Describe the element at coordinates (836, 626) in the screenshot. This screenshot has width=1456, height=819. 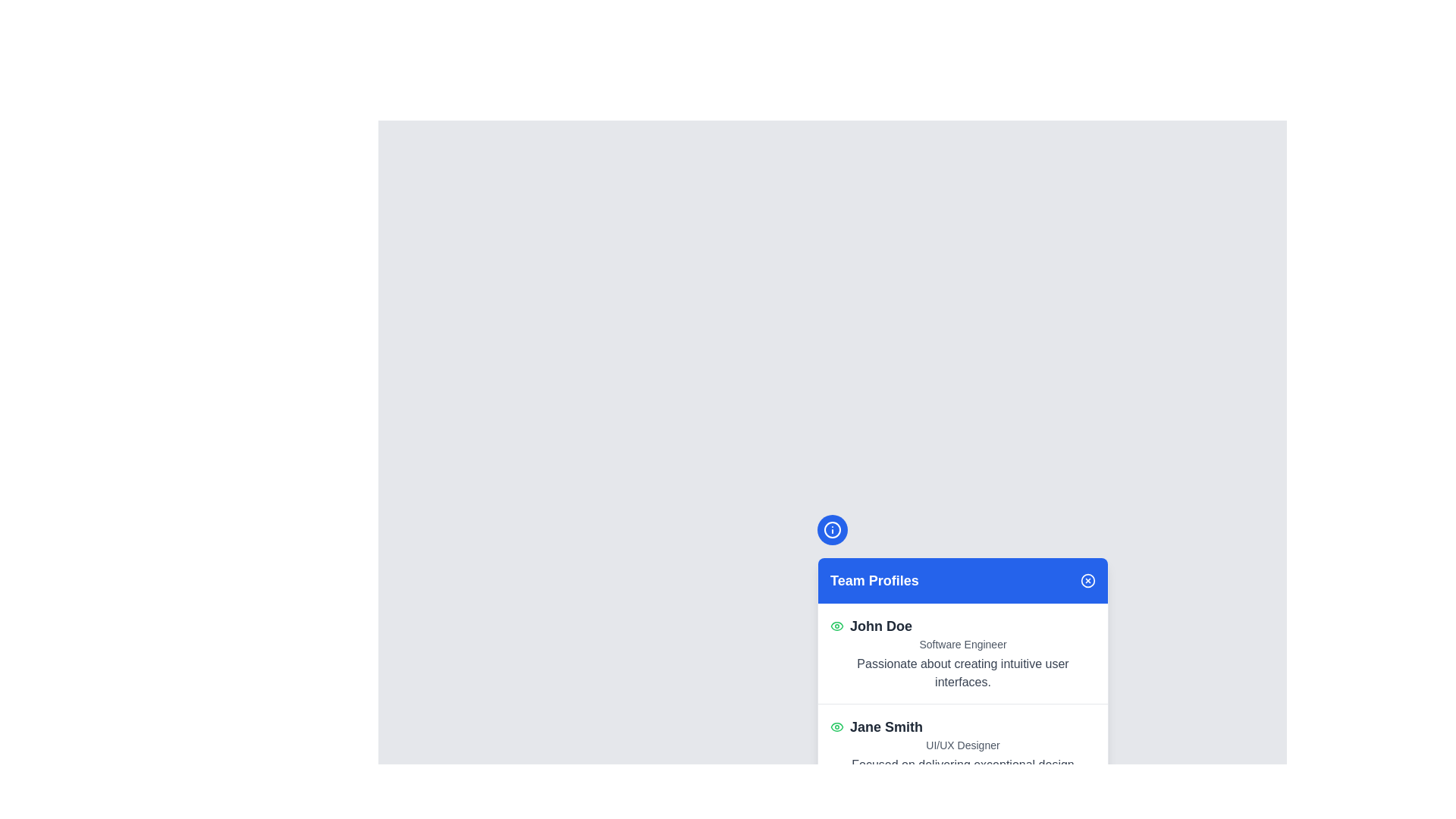
I see `the vector graphic component of the eye icon next to the user profile entry named 'Jane Smith' in the 'Team Profiles' section` at that location.